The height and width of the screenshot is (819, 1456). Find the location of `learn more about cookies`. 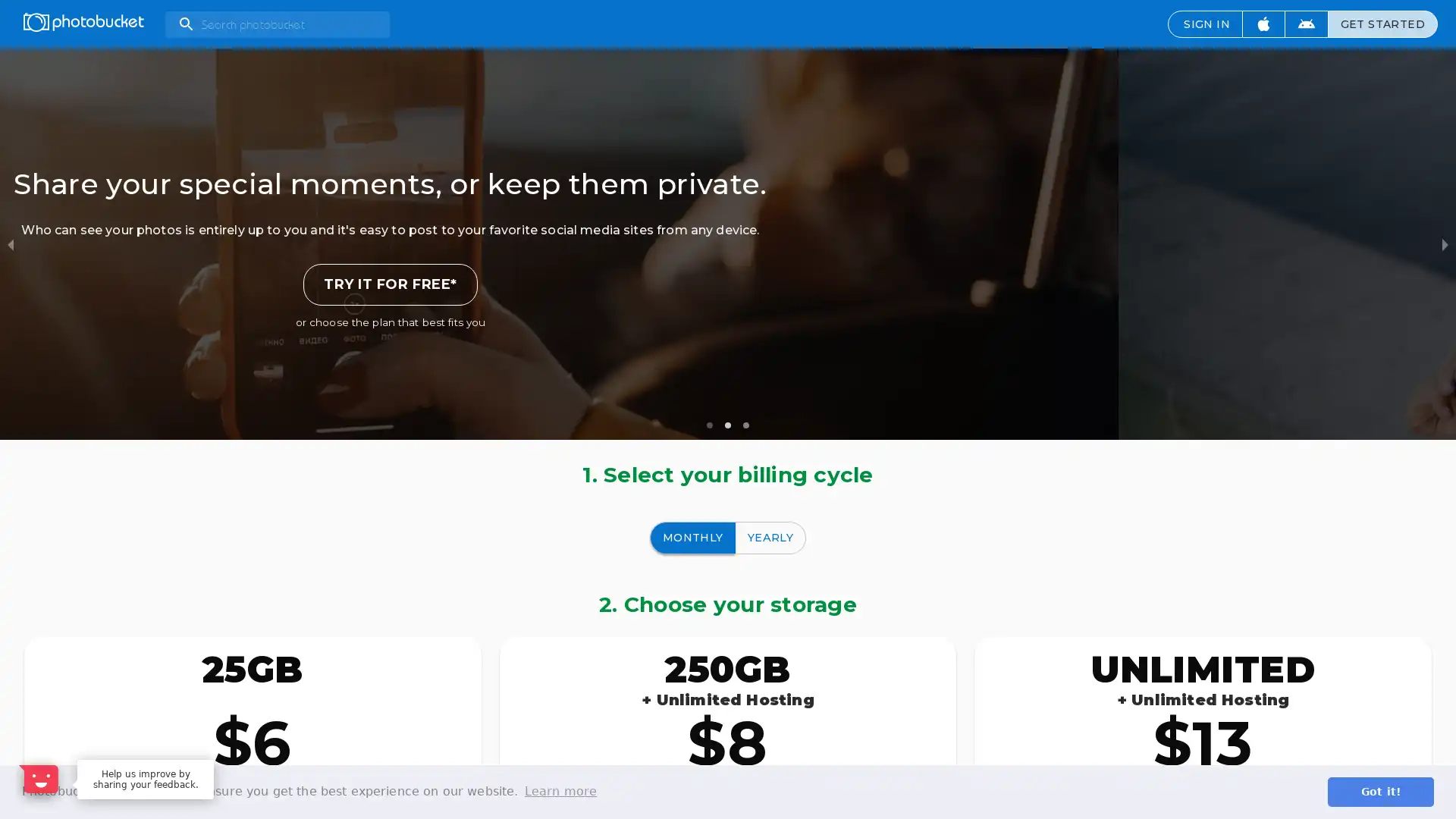

learn more about cookies is located at coordinates (560, 791).